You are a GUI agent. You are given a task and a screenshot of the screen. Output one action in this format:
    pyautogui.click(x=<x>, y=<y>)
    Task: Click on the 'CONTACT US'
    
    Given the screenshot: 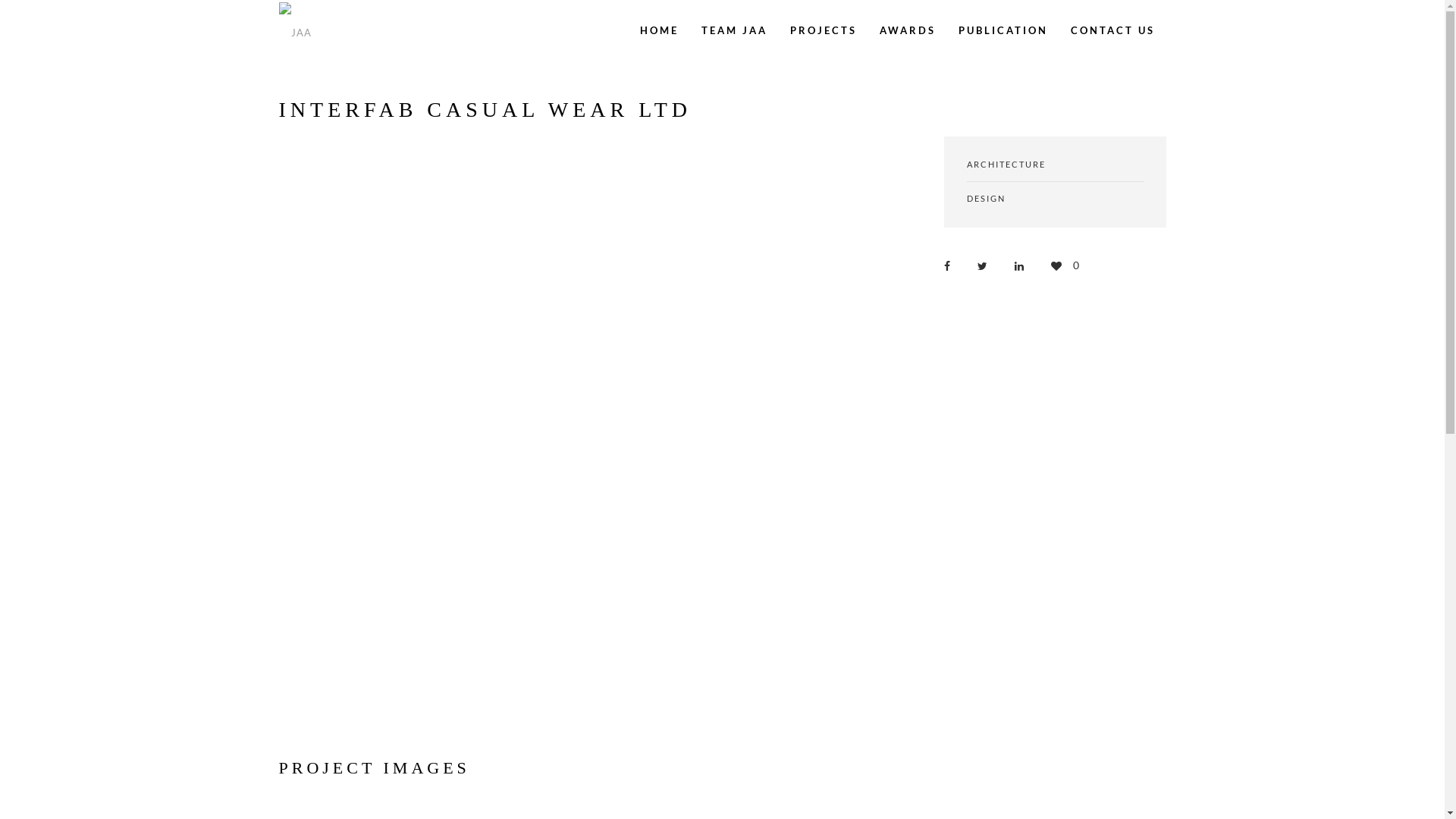 What is the action you would take?
    pyautogui.click(x=1112, y=30)
    